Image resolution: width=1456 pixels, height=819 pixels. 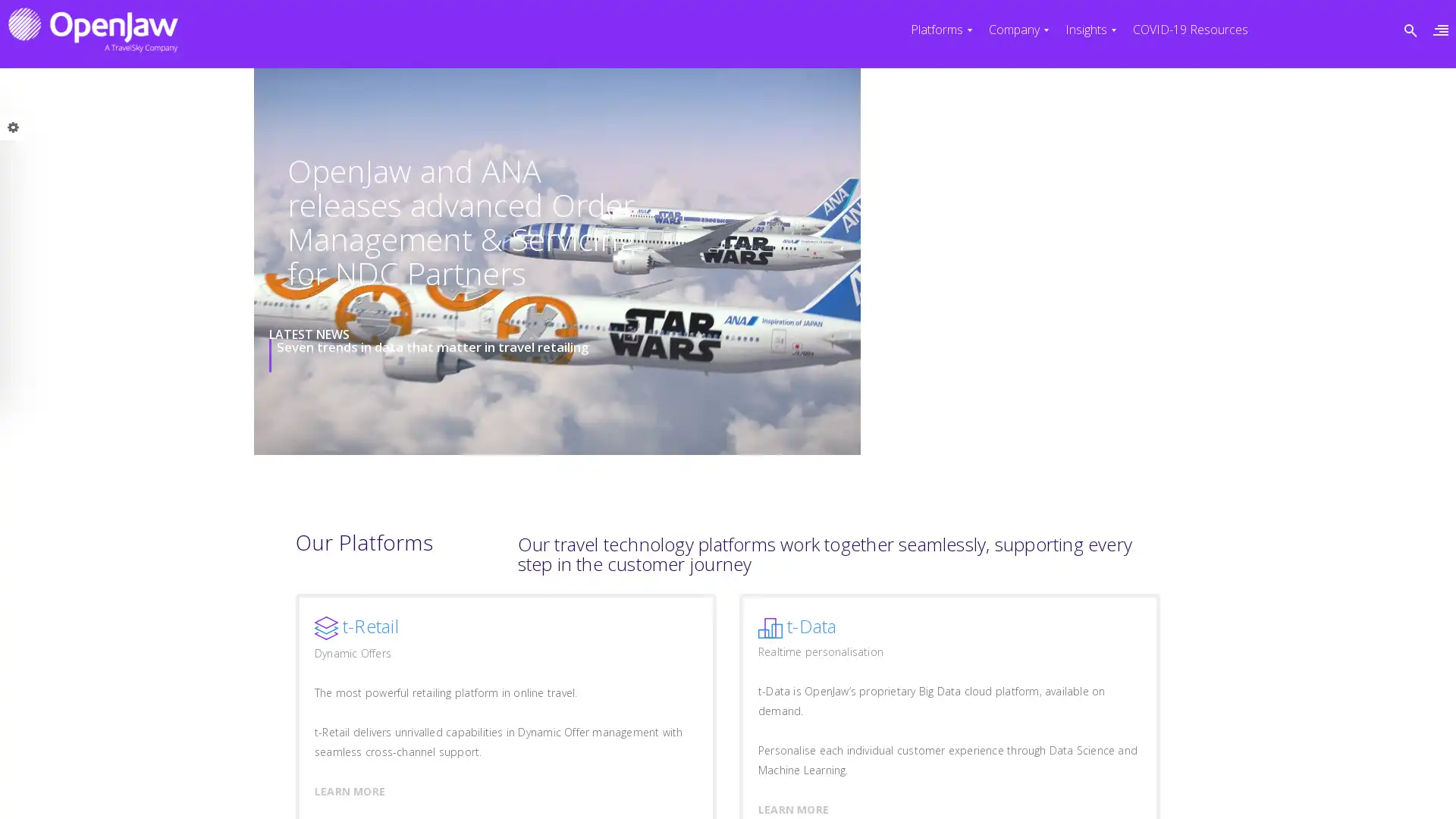 I want to click on Reject, so click(x=947, y=789).